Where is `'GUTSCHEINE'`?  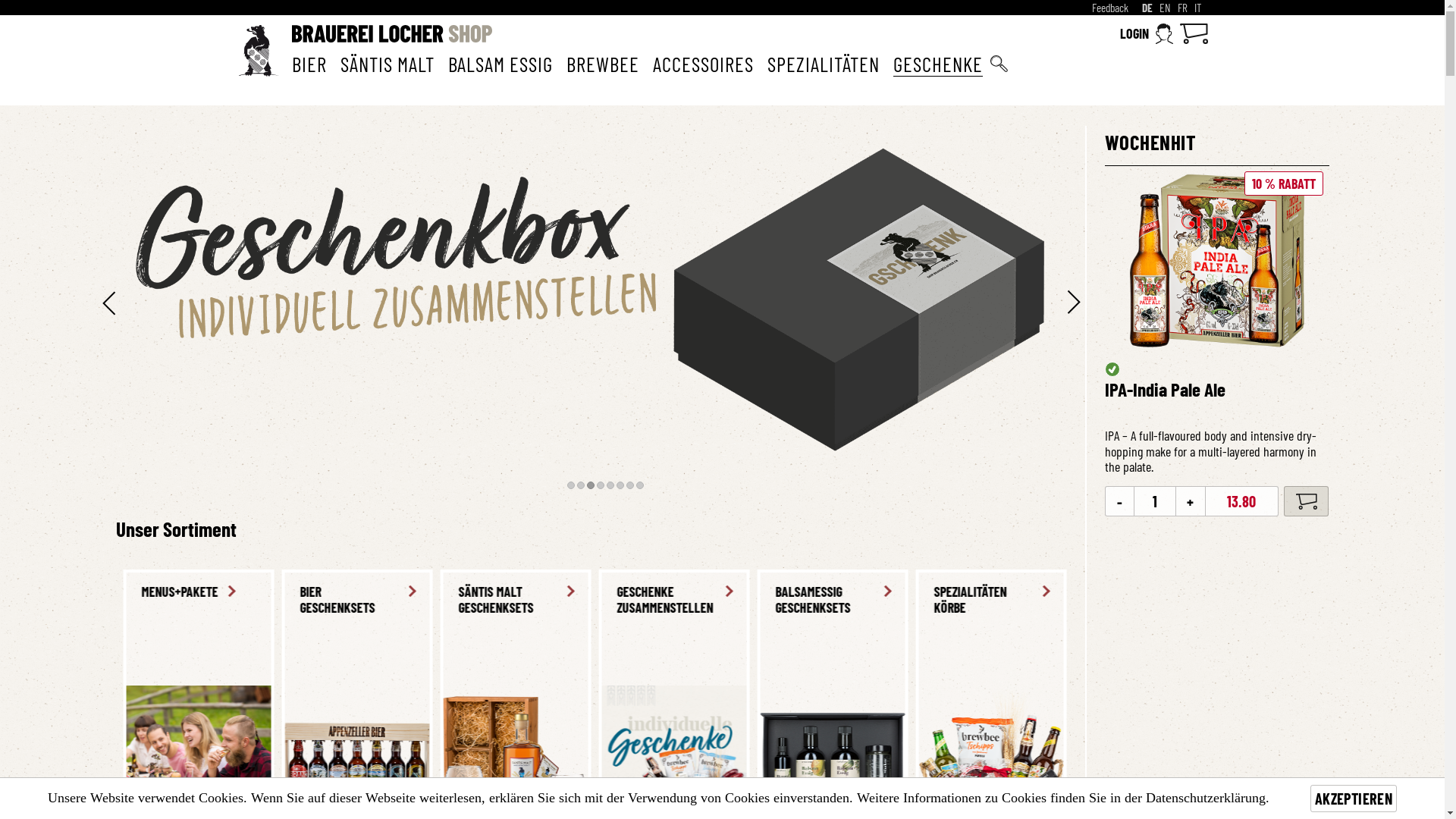
'GUTSCHEINE' is located at coordinates (667, 591).